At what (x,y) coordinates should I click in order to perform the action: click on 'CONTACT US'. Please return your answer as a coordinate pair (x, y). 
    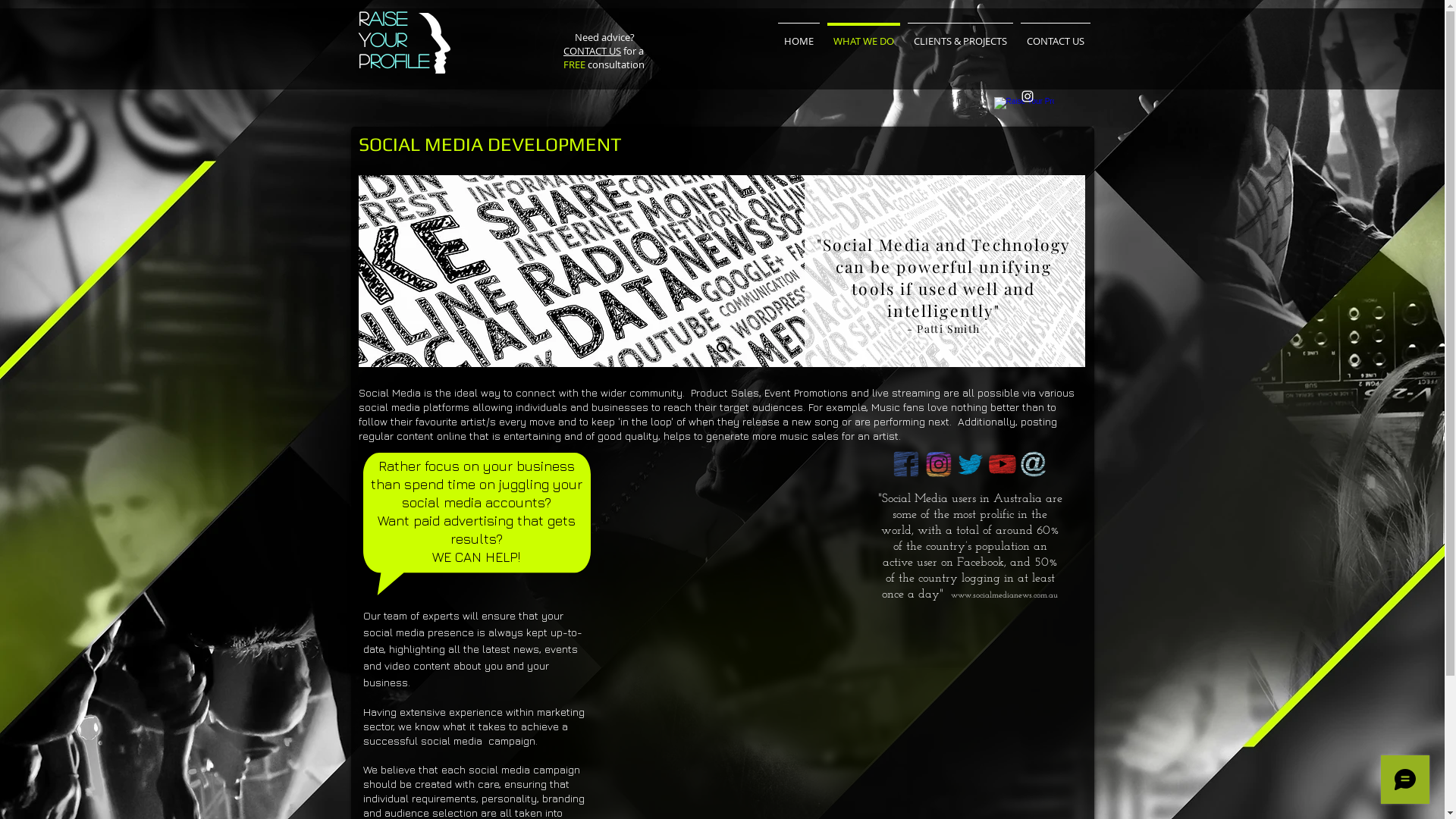
    Looking at the image, I should click on (1054, 34).